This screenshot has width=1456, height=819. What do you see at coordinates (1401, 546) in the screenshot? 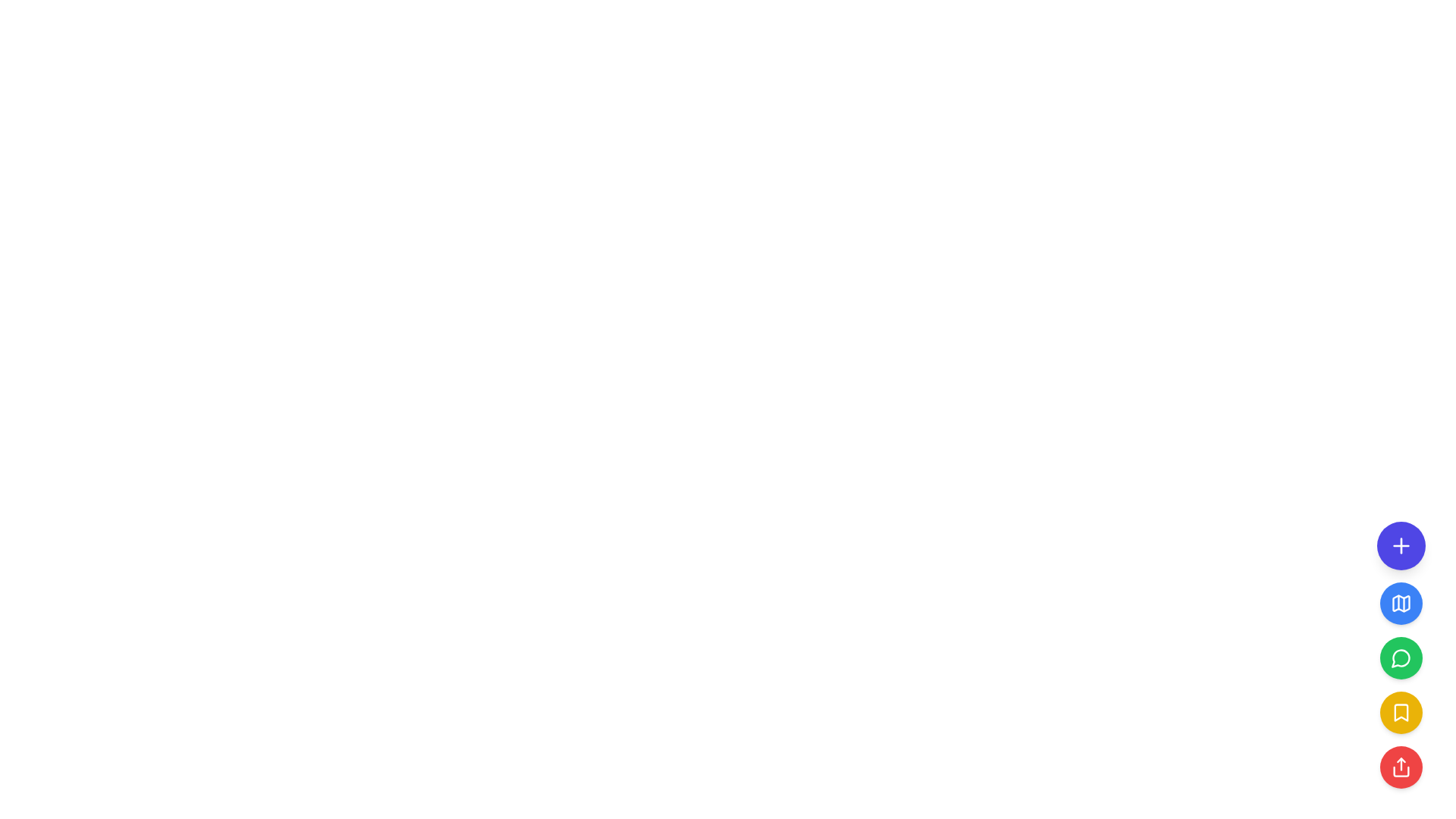
I see `and drop the top-most purple button in the vertically aligned group of buttons located at the bottom-right side of the application interface` at bounding box center [1401, 546].